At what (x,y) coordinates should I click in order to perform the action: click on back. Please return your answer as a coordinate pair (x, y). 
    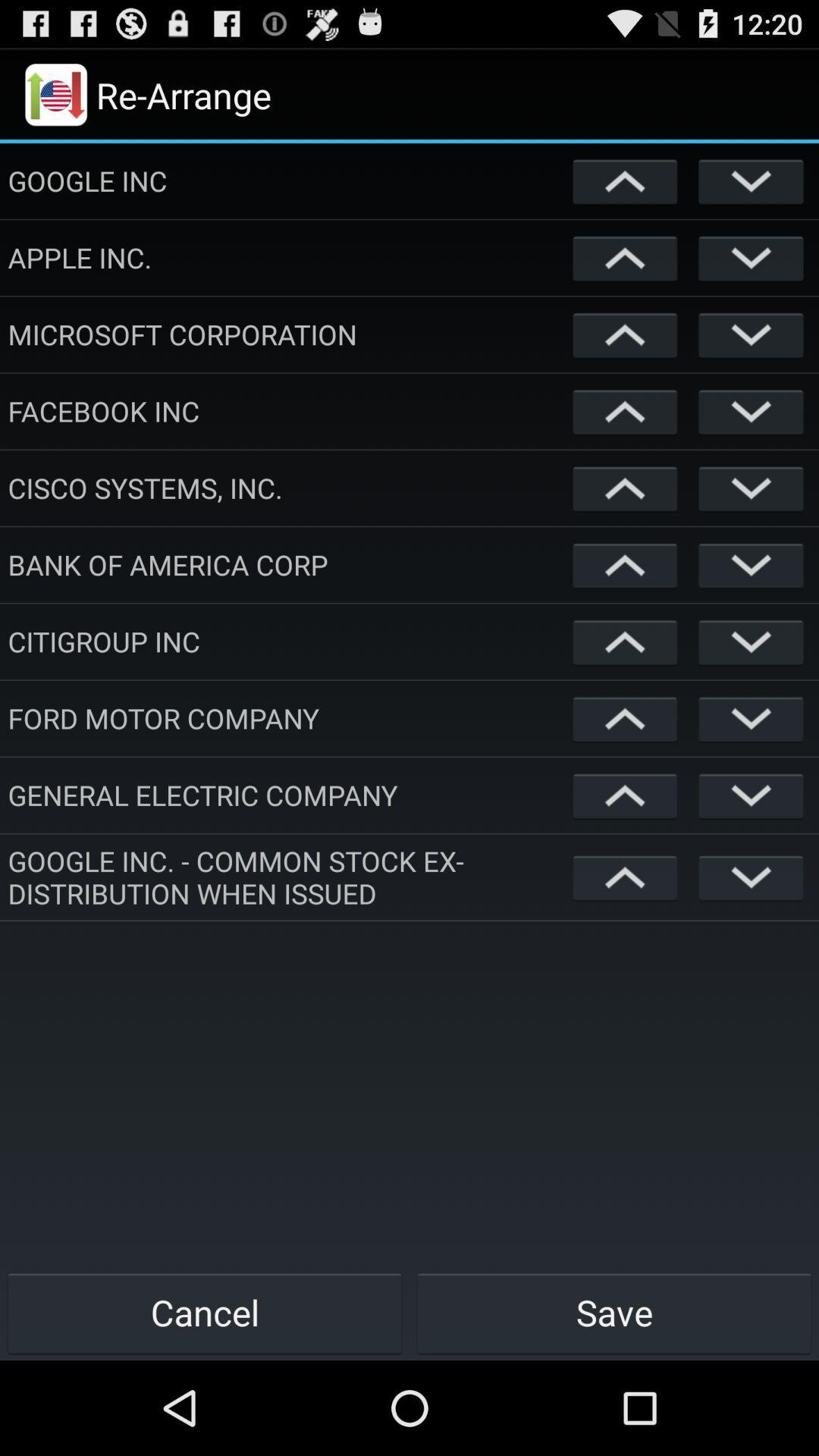
    Looking at the image, I should click on (625, 334).